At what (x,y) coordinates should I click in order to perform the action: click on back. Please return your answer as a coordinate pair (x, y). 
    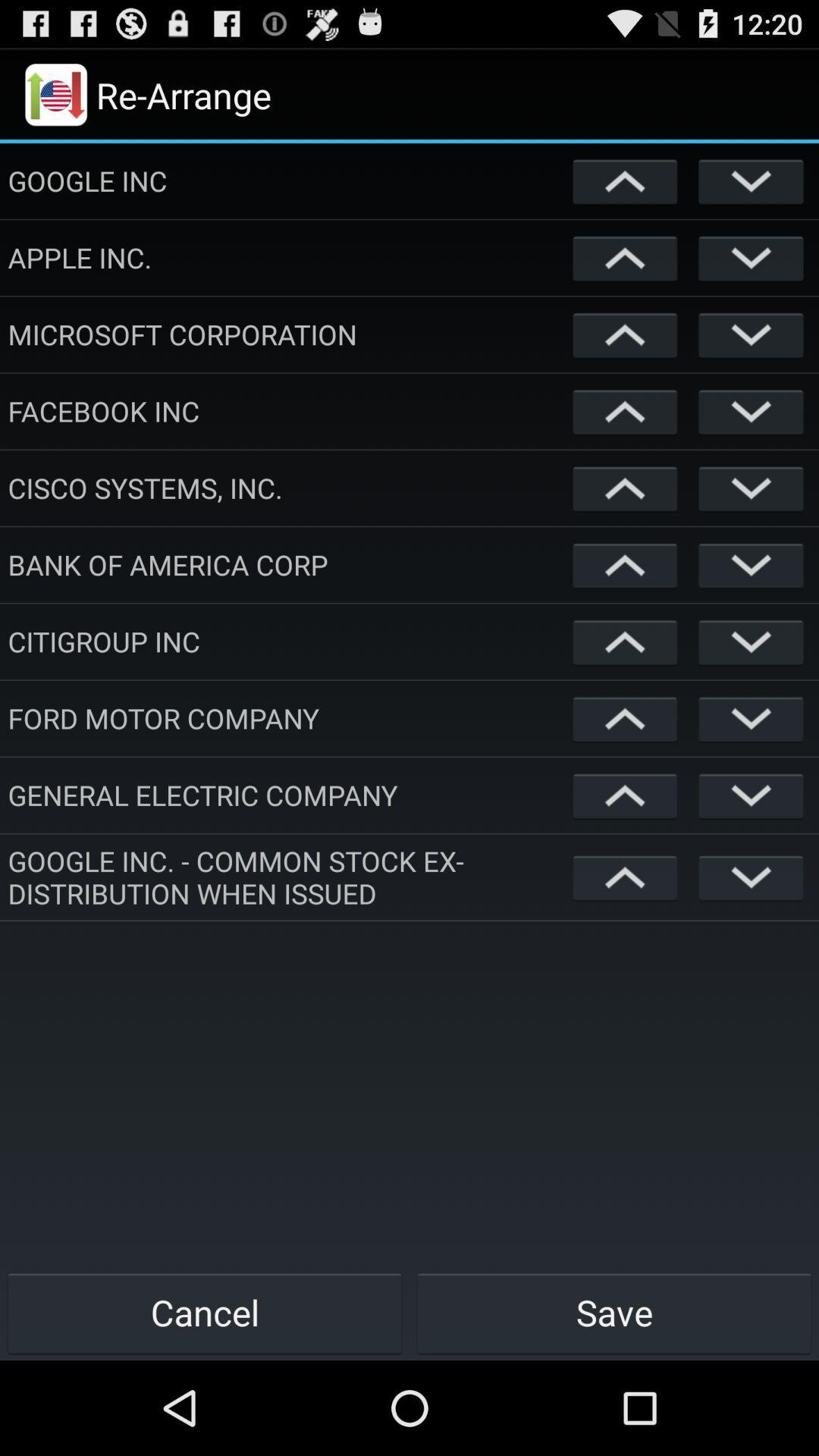
    Looking at the image, I should click on (625, 334).